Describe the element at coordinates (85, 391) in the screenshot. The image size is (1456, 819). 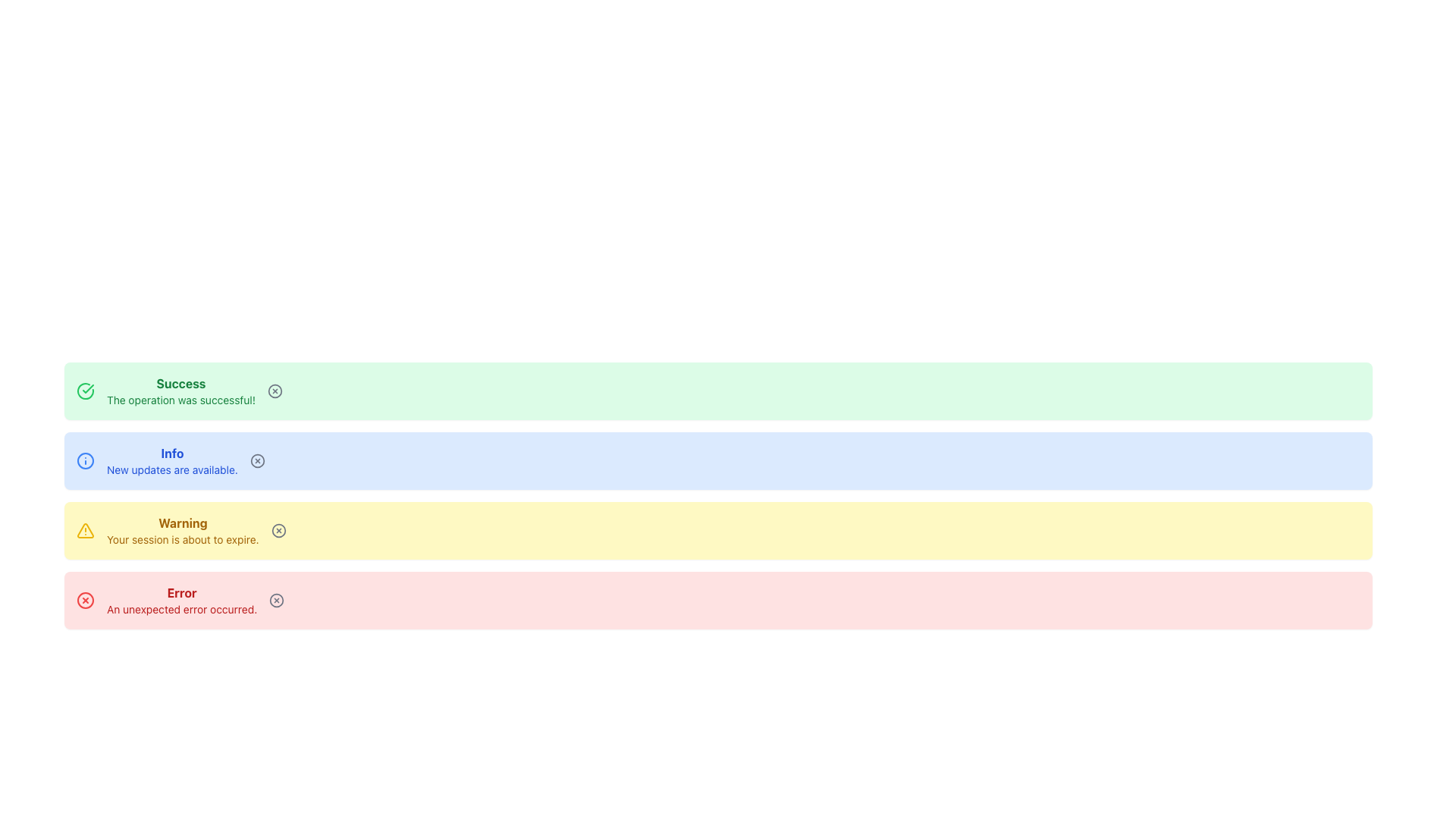
I see `the circular outline of the success icon with a green stroke, which features a checkmark symbol, located on the left side of the green 'Success' notification bar at the upper section of the interface` at that location.